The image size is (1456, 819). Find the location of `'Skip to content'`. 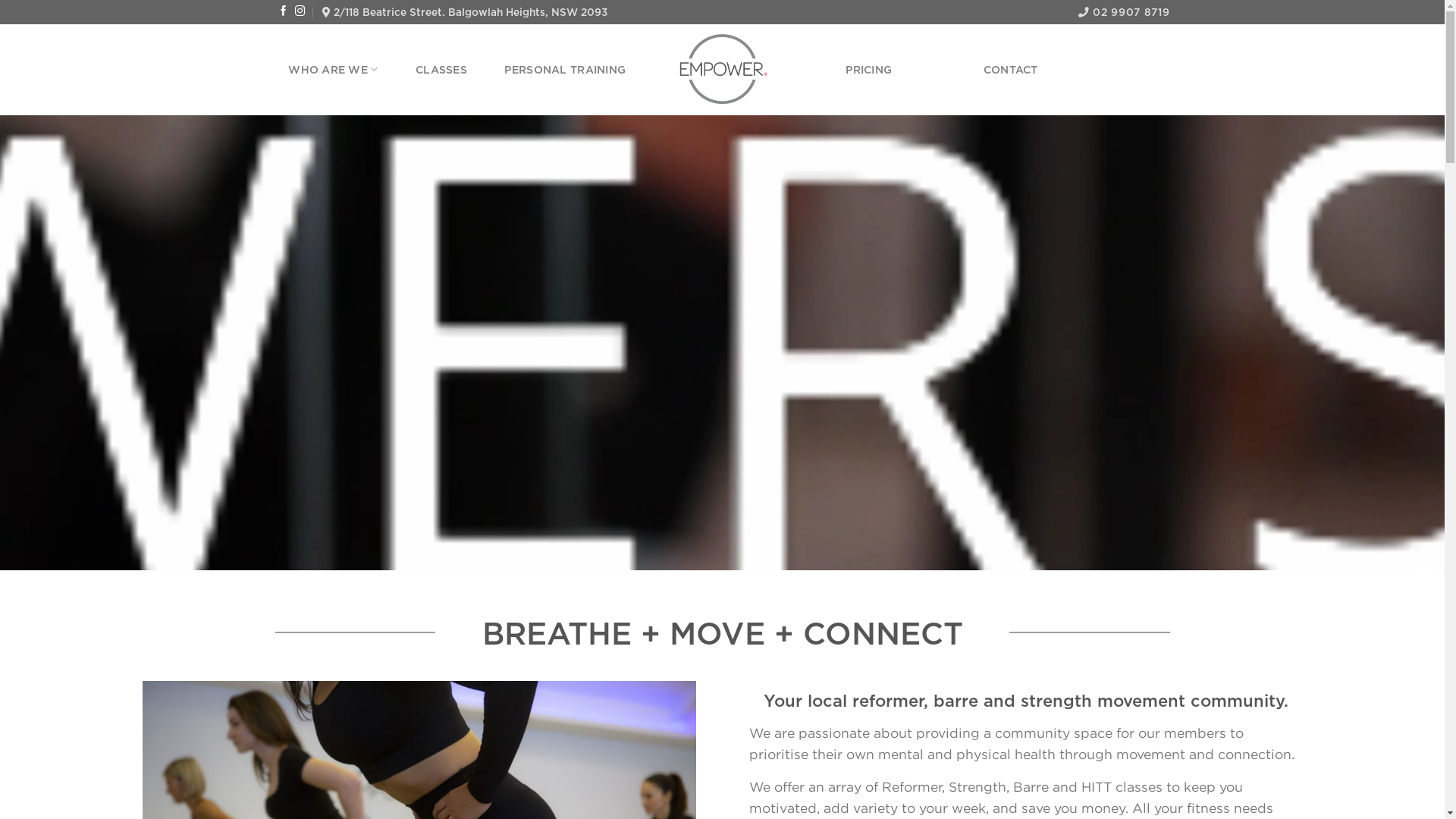

'Skip to content' is located at coordinates (0, 0).